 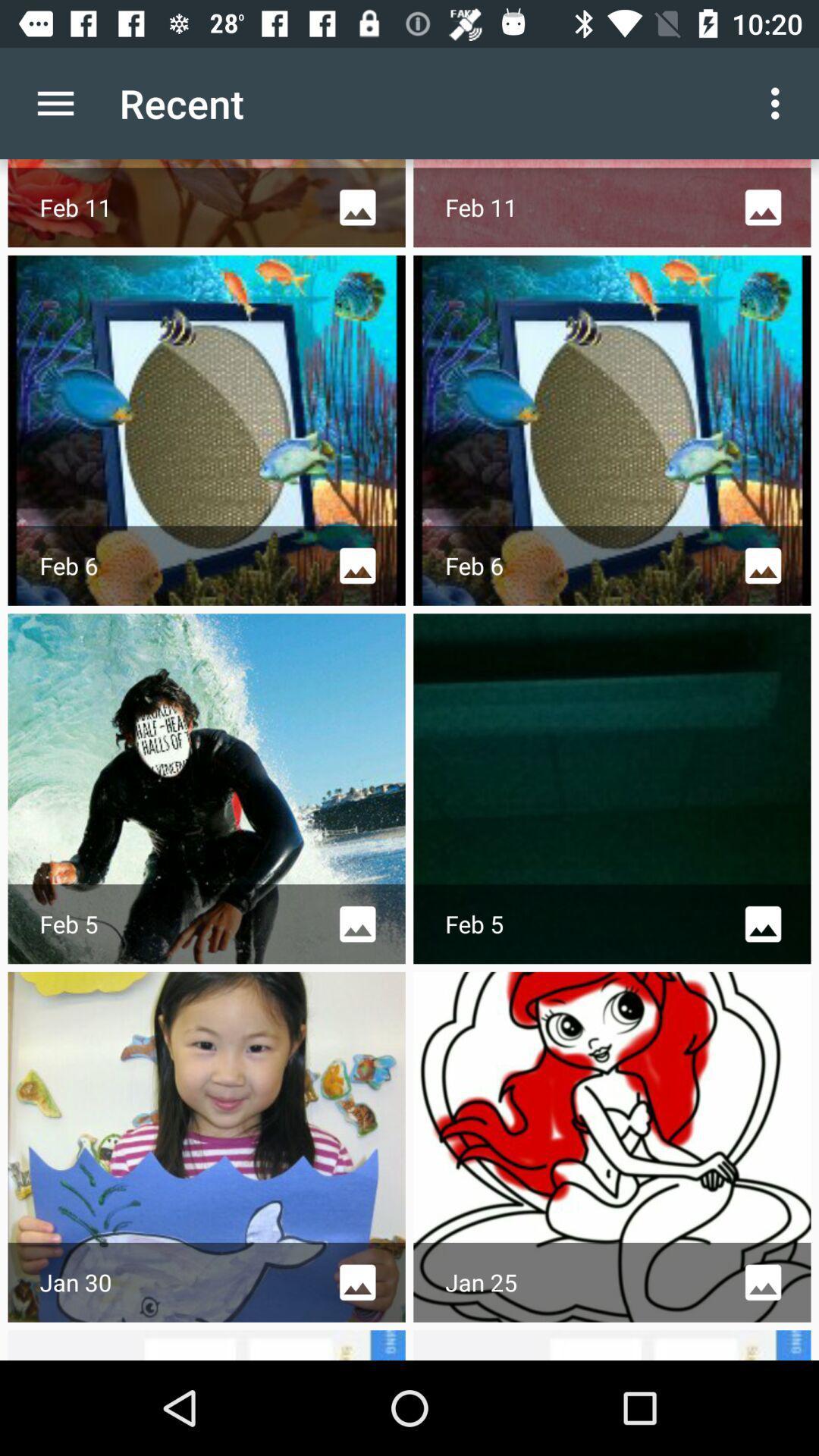 What do you see at coordinates (55, 102) in the screenshot?
I see `icon to the left of the recent item` at bounding box center [55, 102].